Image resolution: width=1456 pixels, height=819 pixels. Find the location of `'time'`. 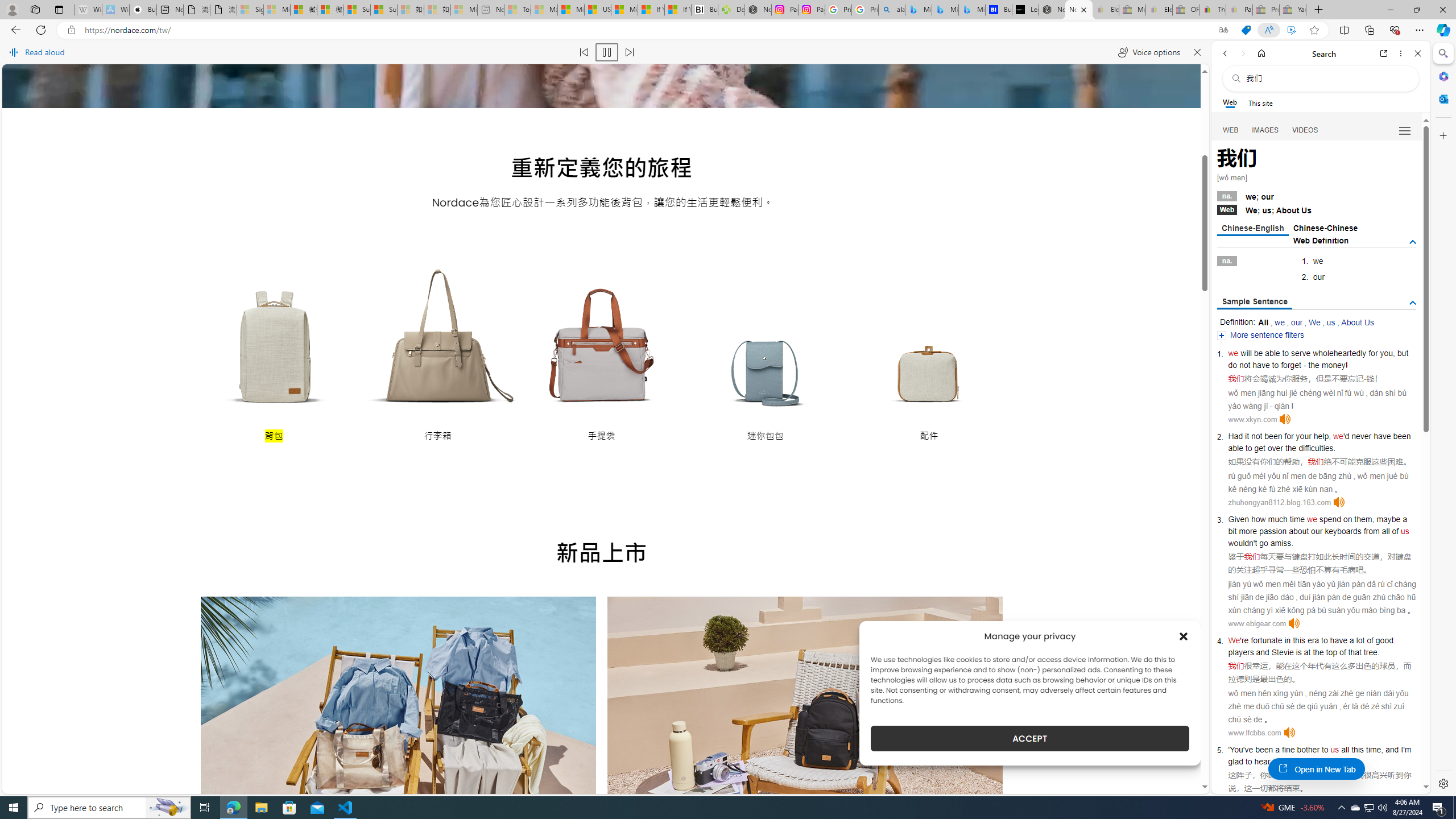

'time' is located at coordinates (1296, 518).